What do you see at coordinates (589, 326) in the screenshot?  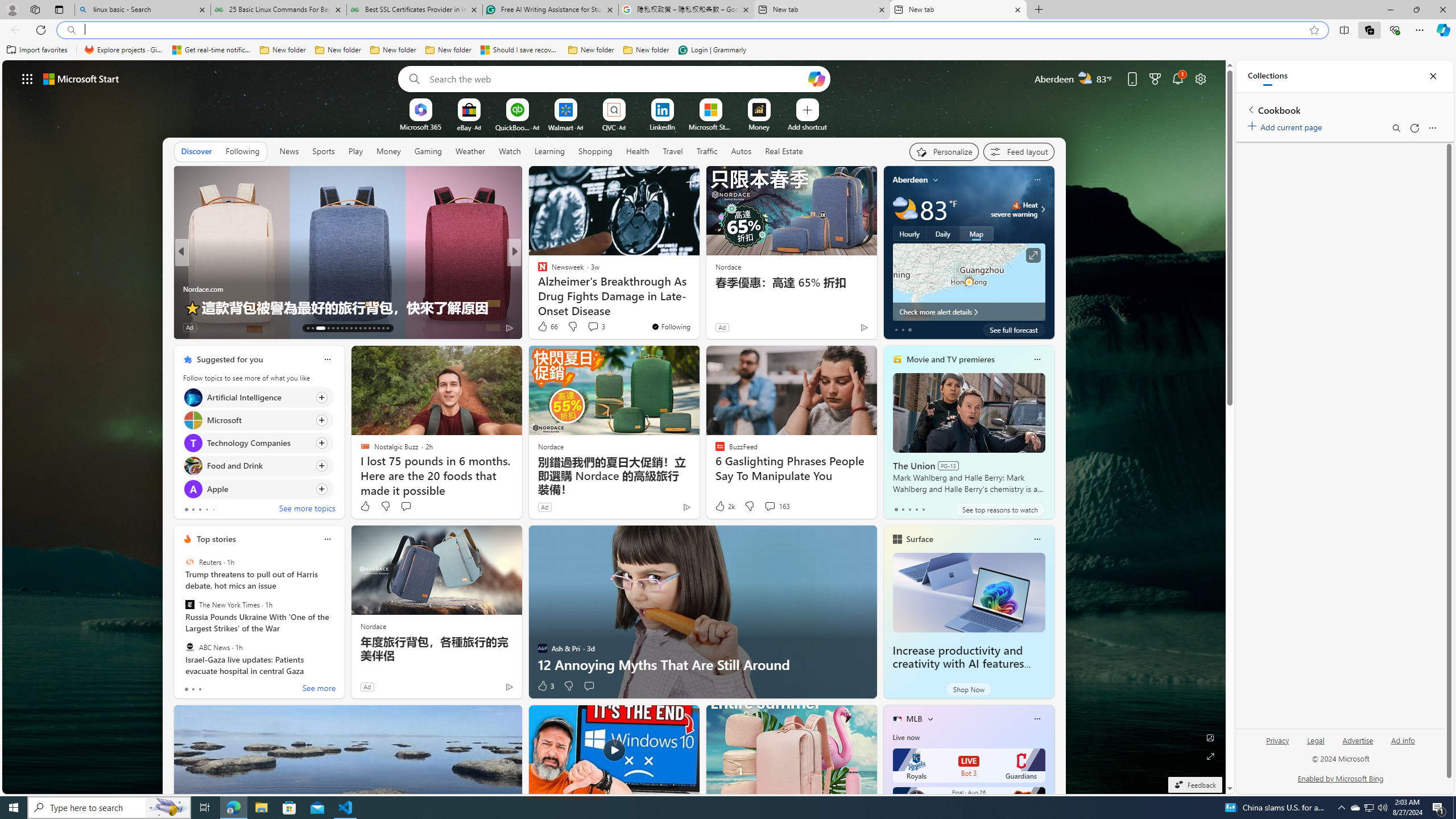 I see `'View comments 2 Comment'` at bounding box center [589, 326].